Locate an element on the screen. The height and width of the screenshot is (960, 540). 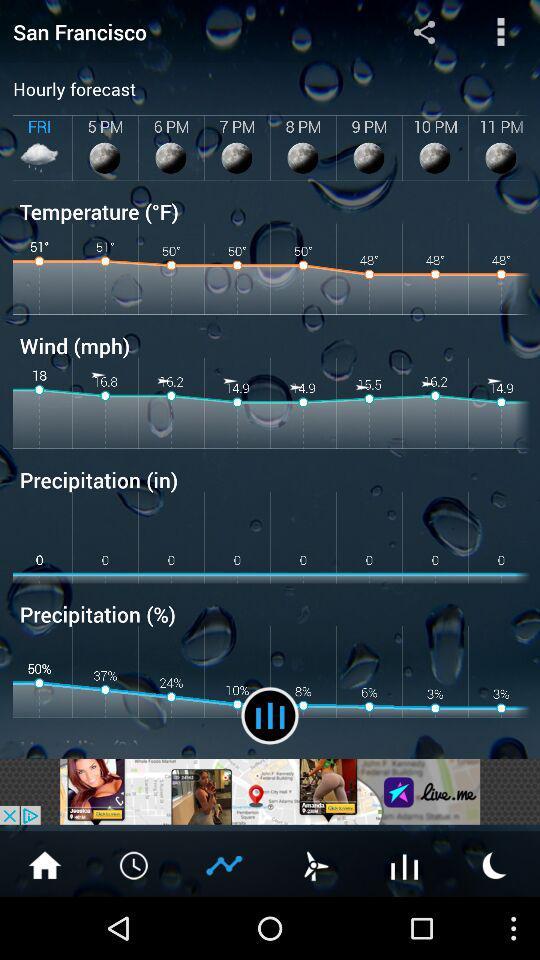
sound is located at coordinates (405, 863).